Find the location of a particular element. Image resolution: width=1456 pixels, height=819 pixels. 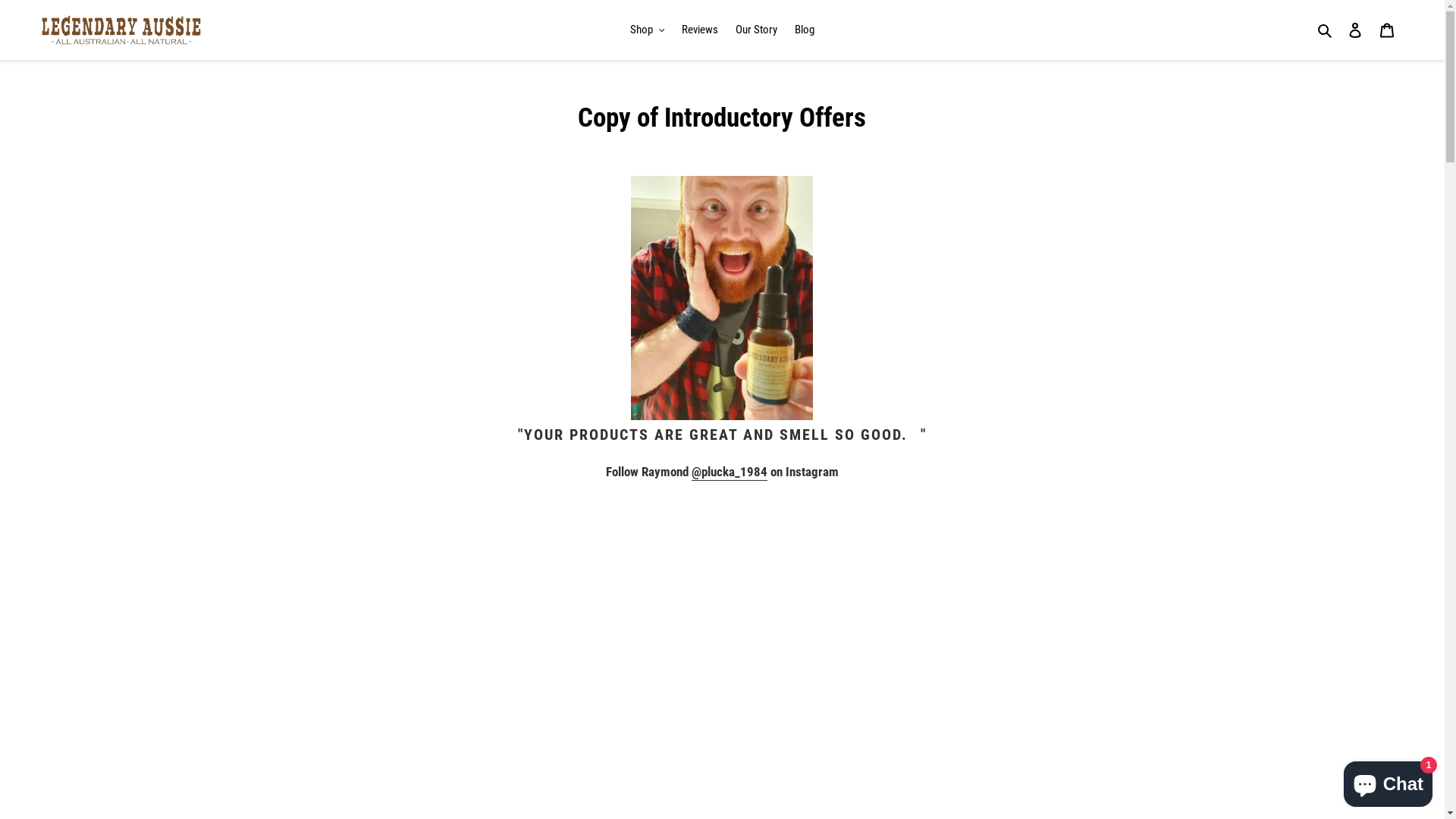

'Shopify online store chat' is located at coordinates (1388, 780).